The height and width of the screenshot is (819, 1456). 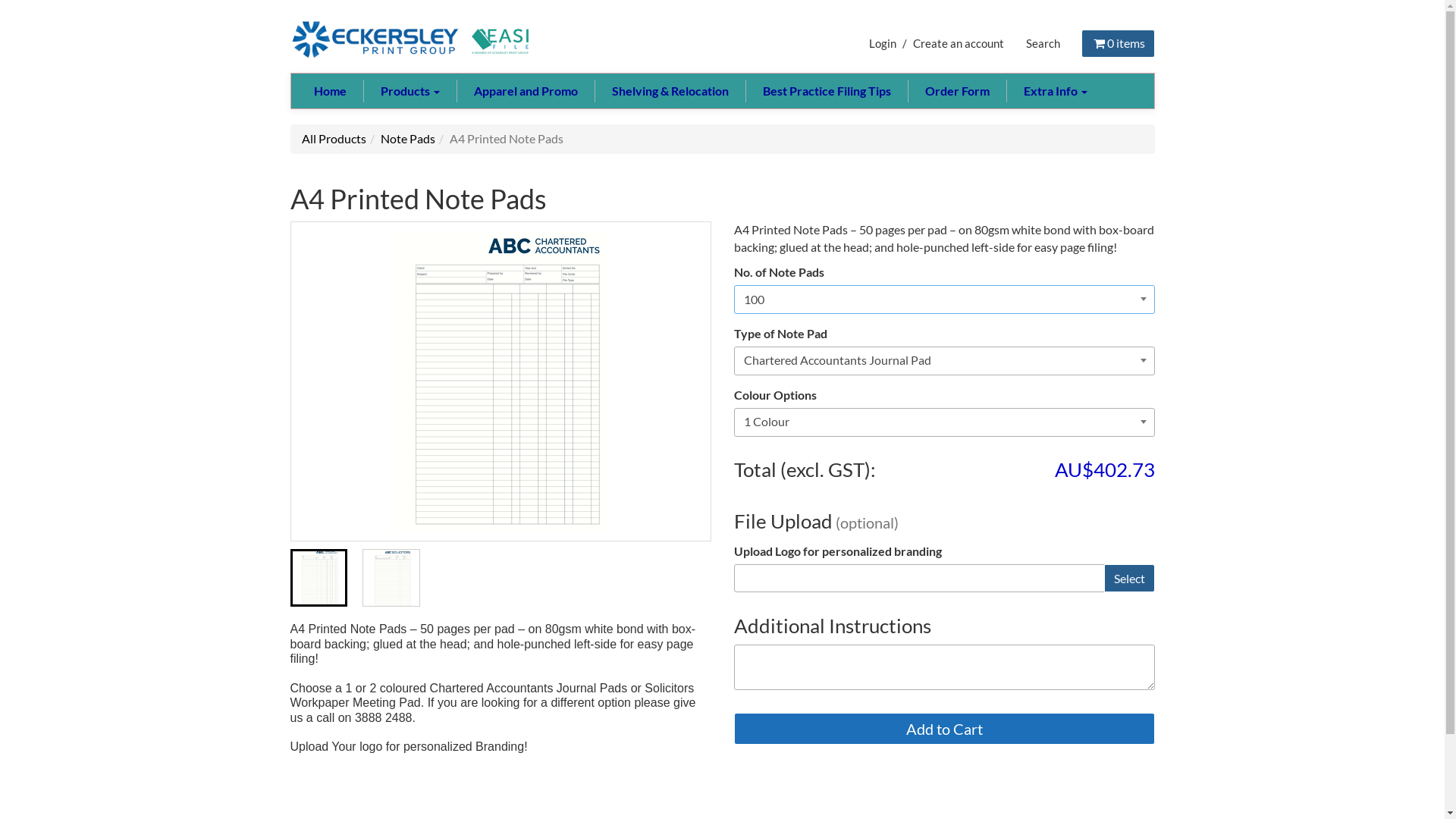 What do you see at coordinates (329, 90) in the screenshot?
I see `'Home'` at bounding box center [329, 90].